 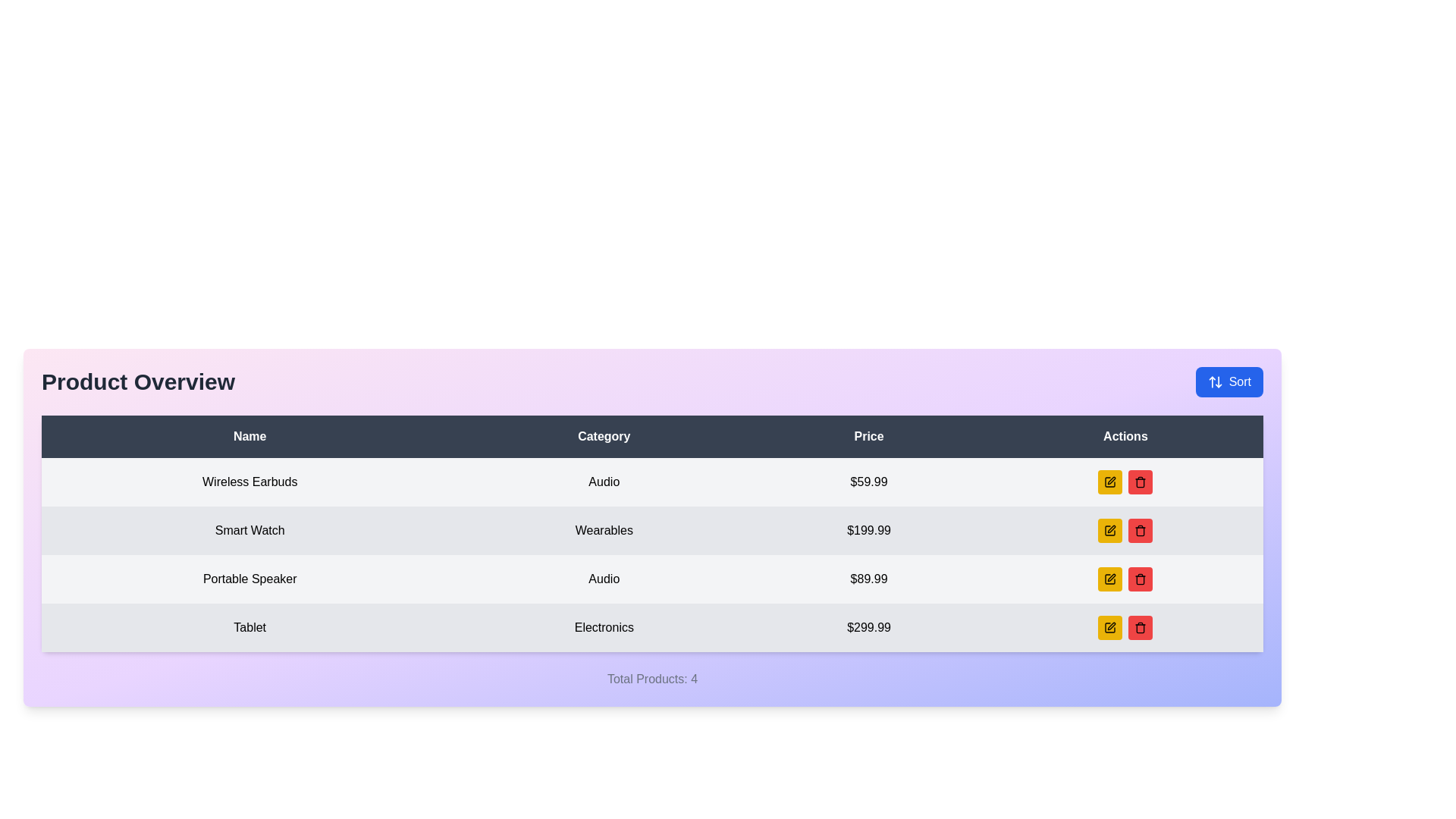 I want to click on the edit button in the 'Actions' column of the table next to the third row associated with the 'Portable Speaker' product, so click(x=1110, y=529).